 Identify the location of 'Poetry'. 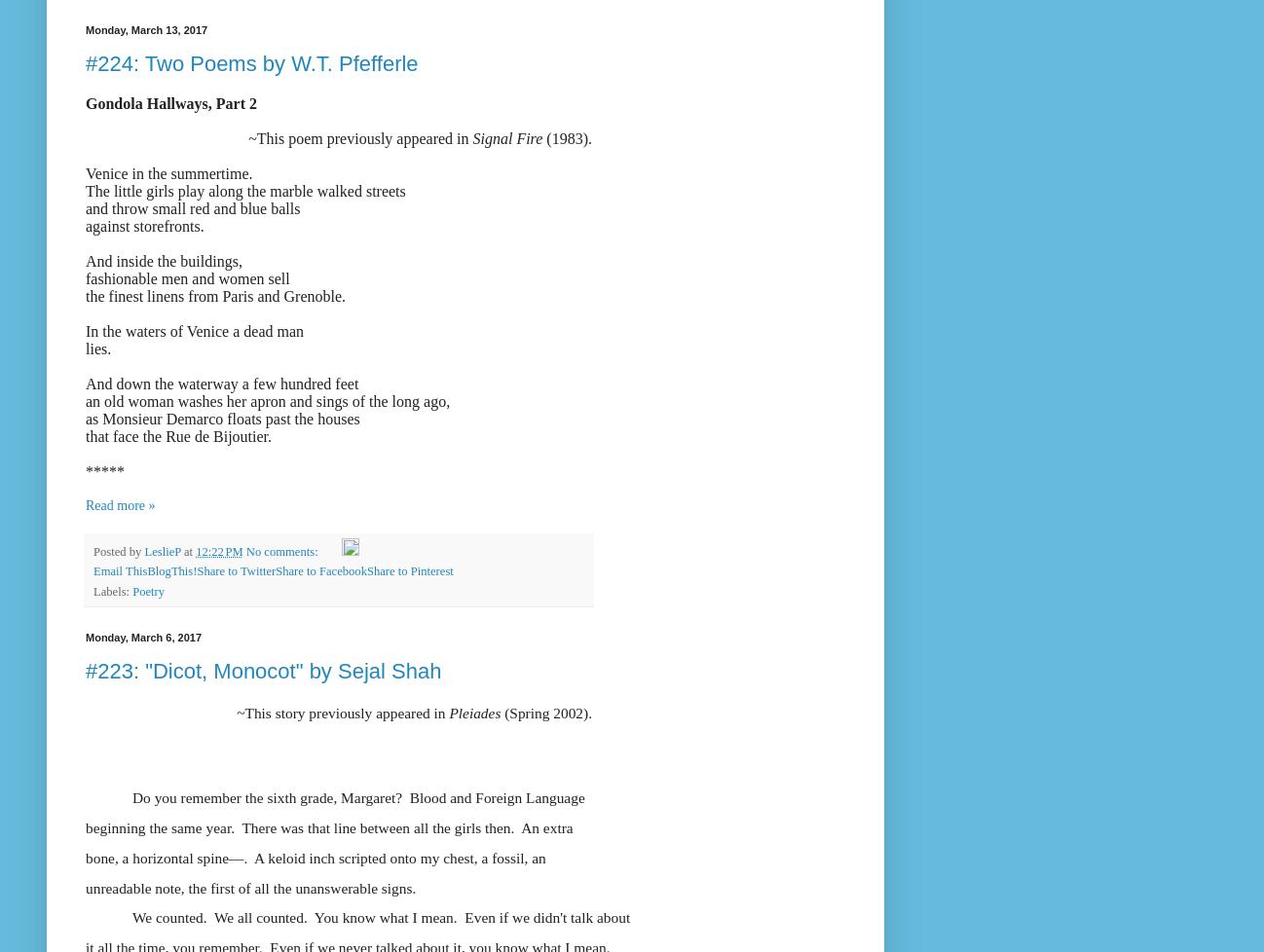
(147, 591).